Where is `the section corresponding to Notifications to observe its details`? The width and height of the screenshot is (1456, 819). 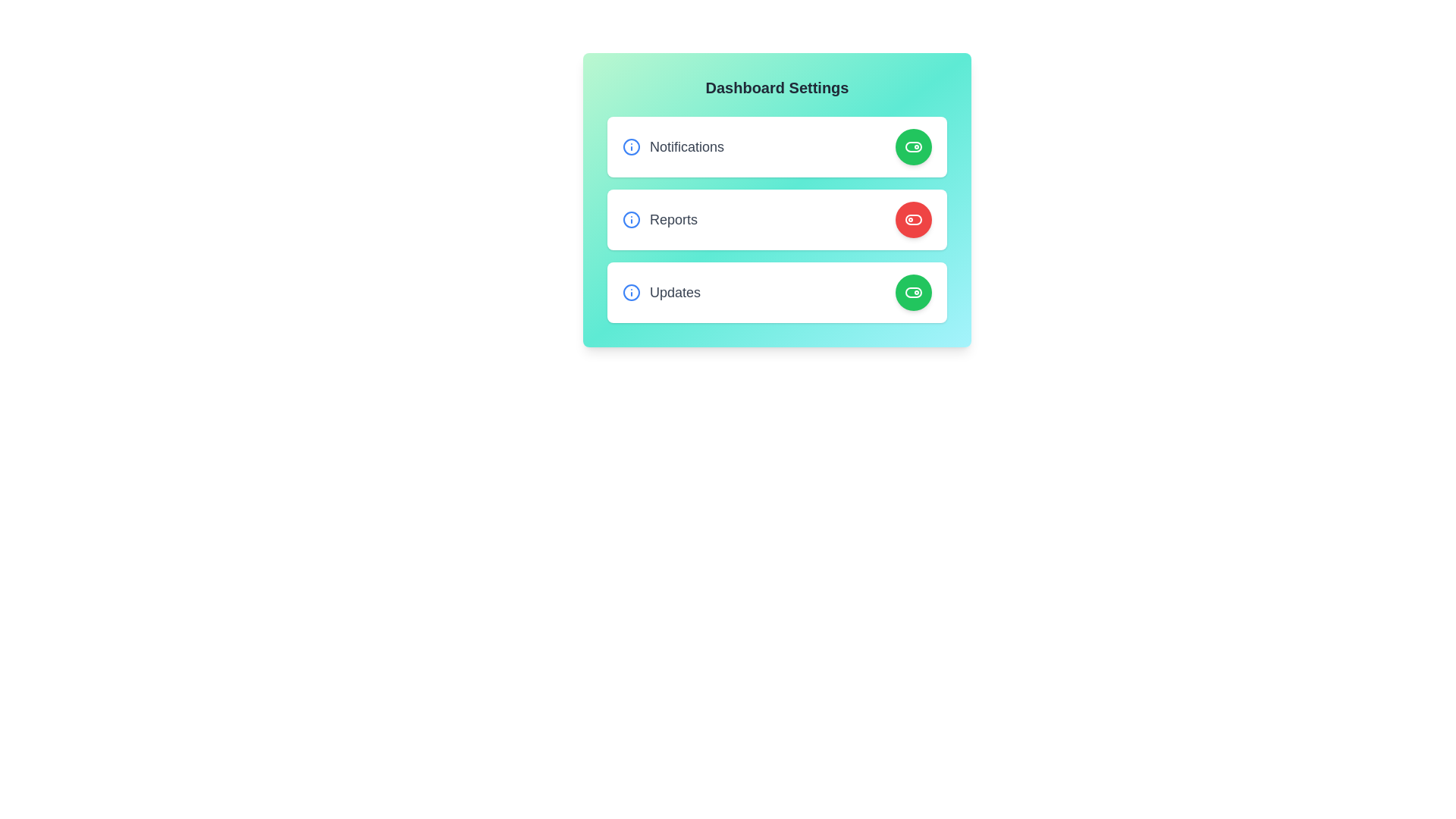
the section corresponding to Notifications to observe its details is located at coordinates (777, 146).